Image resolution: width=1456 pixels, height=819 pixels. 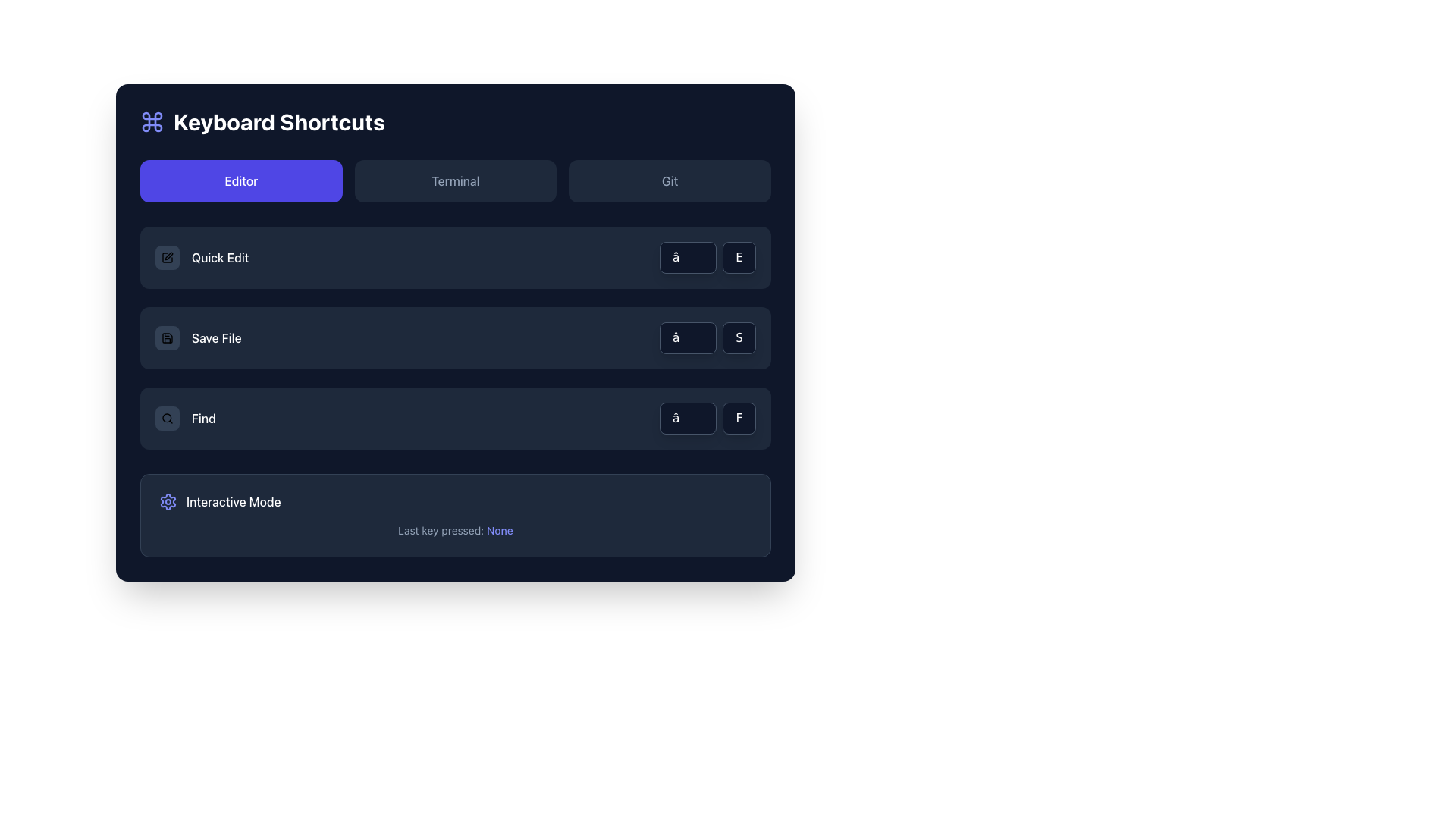 What do you see at coordinates (669, 180) in the screenshot?
I see `the 'Git' button` at bounding box center [669, 180].